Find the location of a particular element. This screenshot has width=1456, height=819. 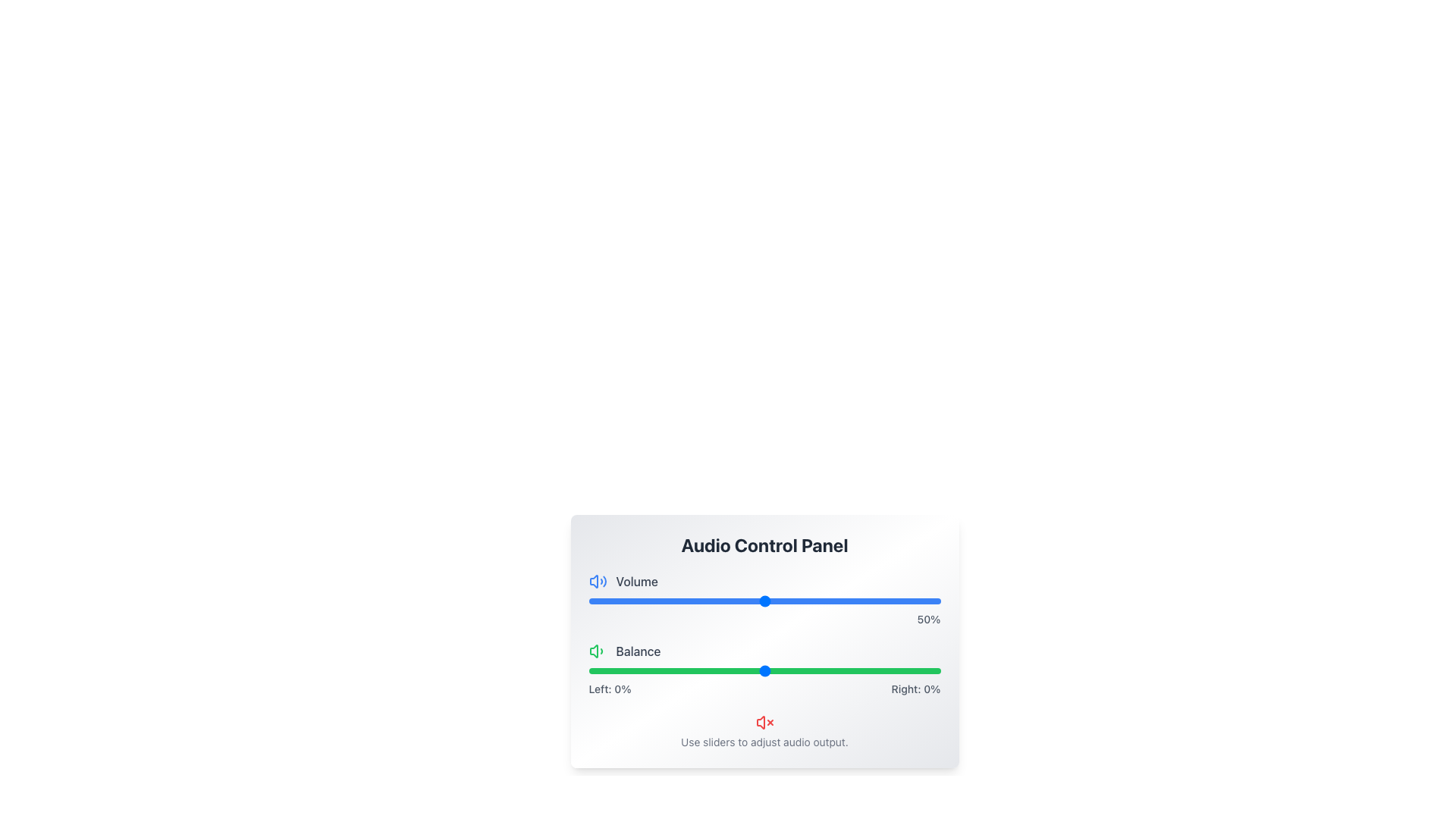

the slider value is located at coordinates (617, 601).